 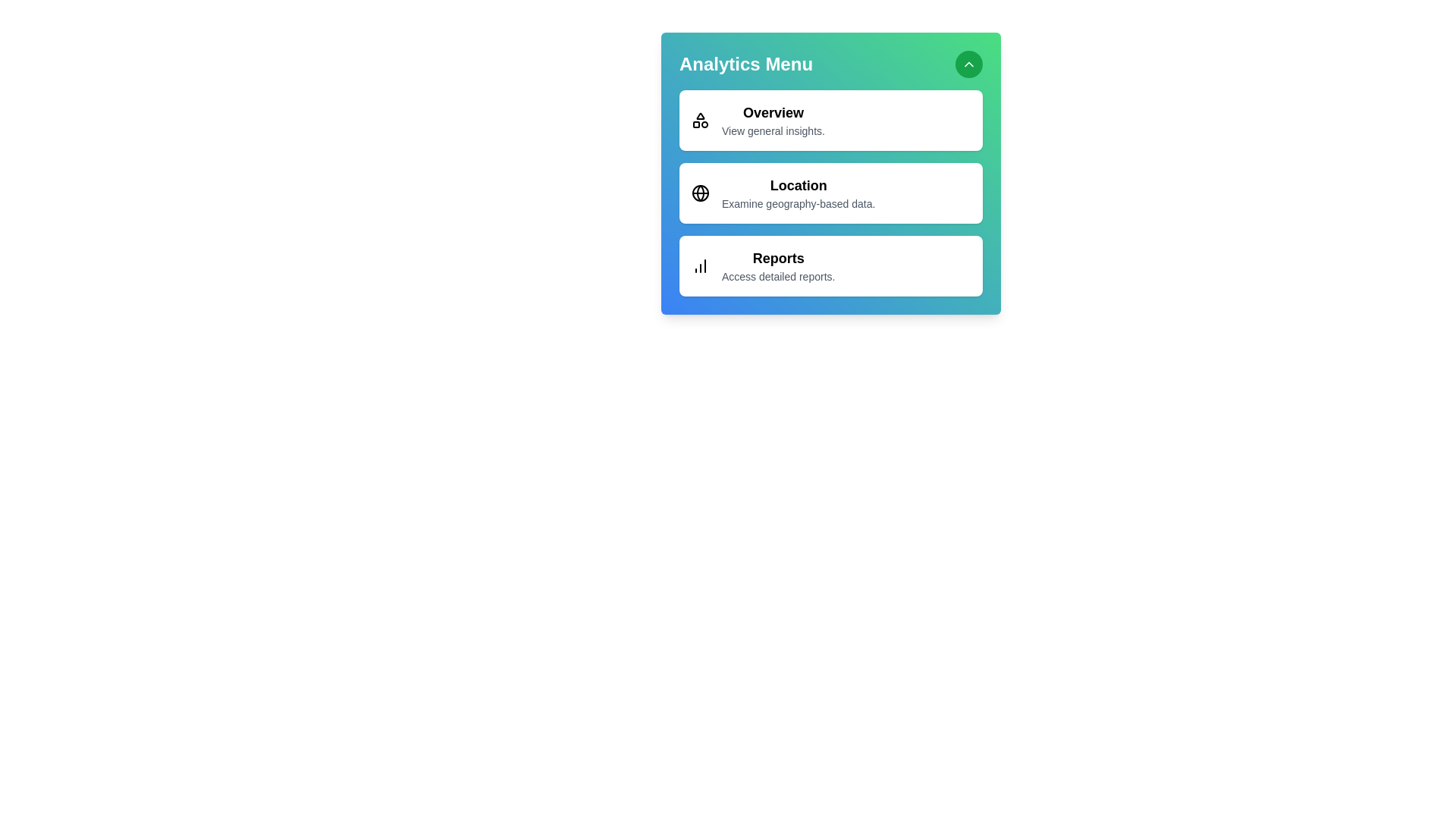 I want to click on the icon associated with Location to perform its action, so click(x=700, y=192).